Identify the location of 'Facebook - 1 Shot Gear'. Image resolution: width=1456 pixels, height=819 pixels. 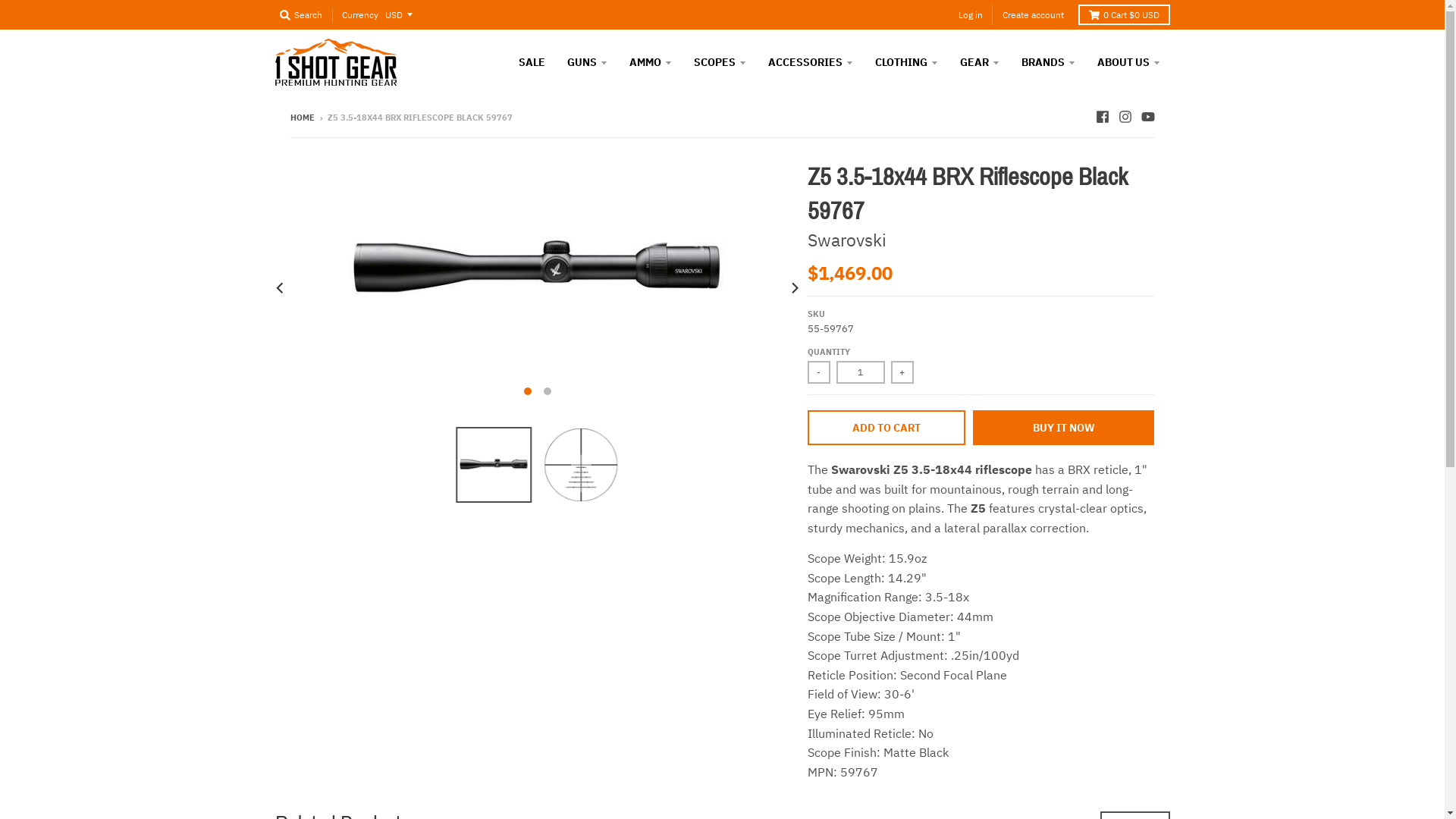
(1102, 116).